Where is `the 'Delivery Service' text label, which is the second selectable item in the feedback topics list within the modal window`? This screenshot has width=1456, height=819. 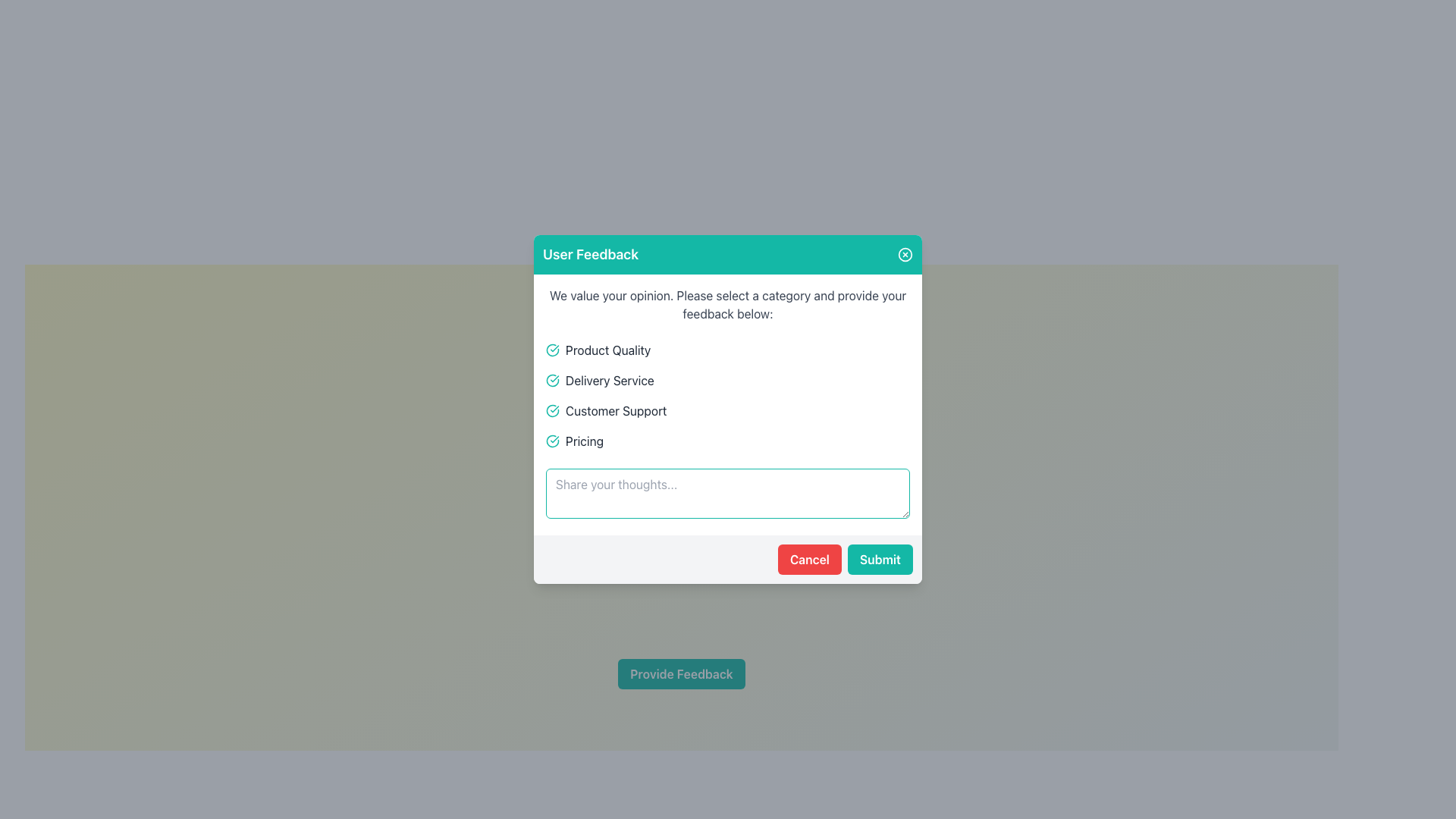
the 'Delivery Service' text label, which is the second selectable item in the feedback topics list within the modal window is located at coordinates (610, 379).